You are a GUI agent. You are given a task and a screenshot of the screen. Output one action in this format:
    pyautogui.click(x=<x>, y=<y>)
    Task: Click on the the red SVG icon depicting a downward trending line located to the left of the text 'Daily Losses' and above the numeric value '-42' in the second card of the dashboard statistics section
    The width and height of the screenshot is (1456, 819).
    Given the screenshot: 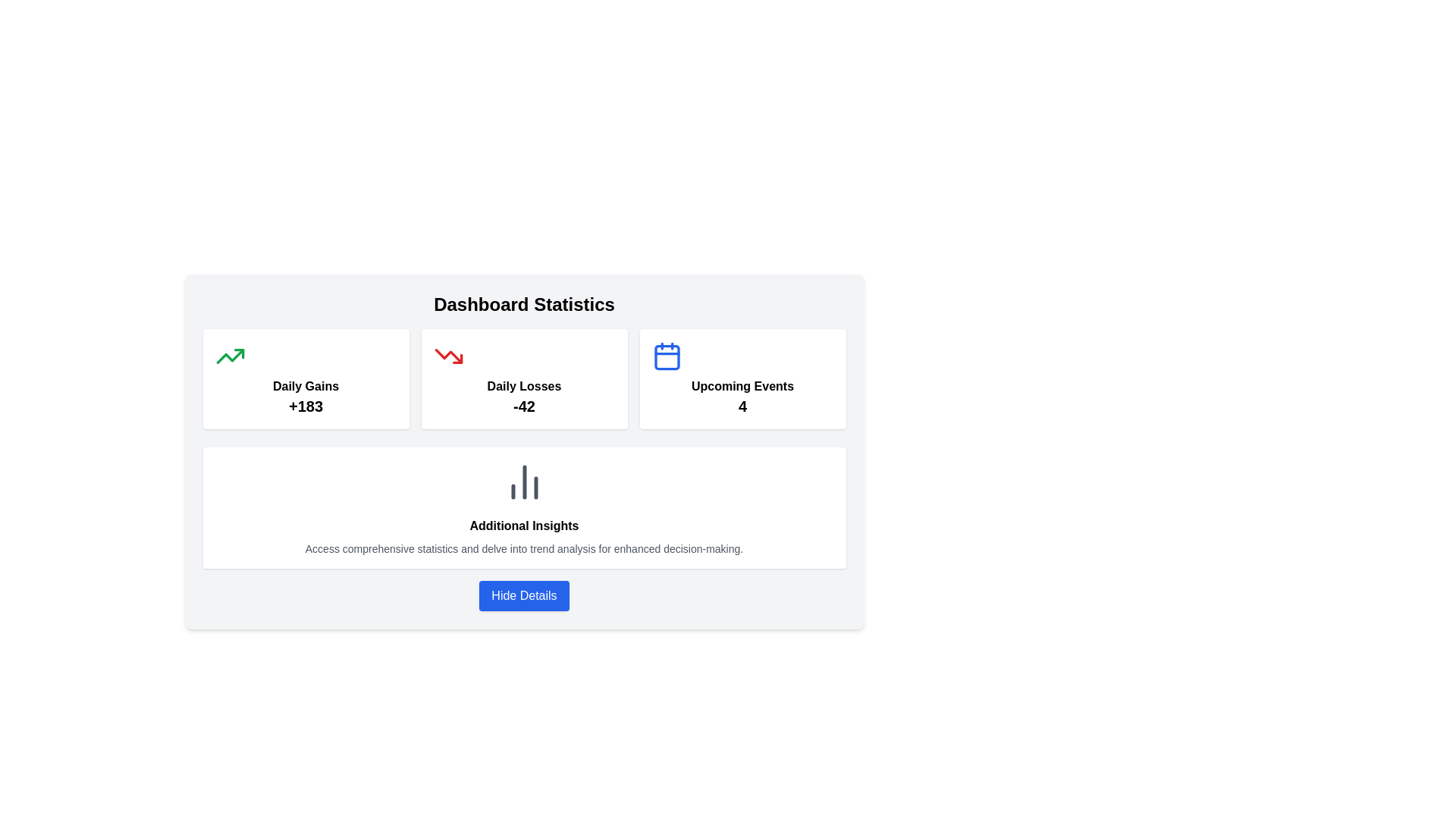 What is the action you would take?
    pyautogui.click(x=447, y=356)
    